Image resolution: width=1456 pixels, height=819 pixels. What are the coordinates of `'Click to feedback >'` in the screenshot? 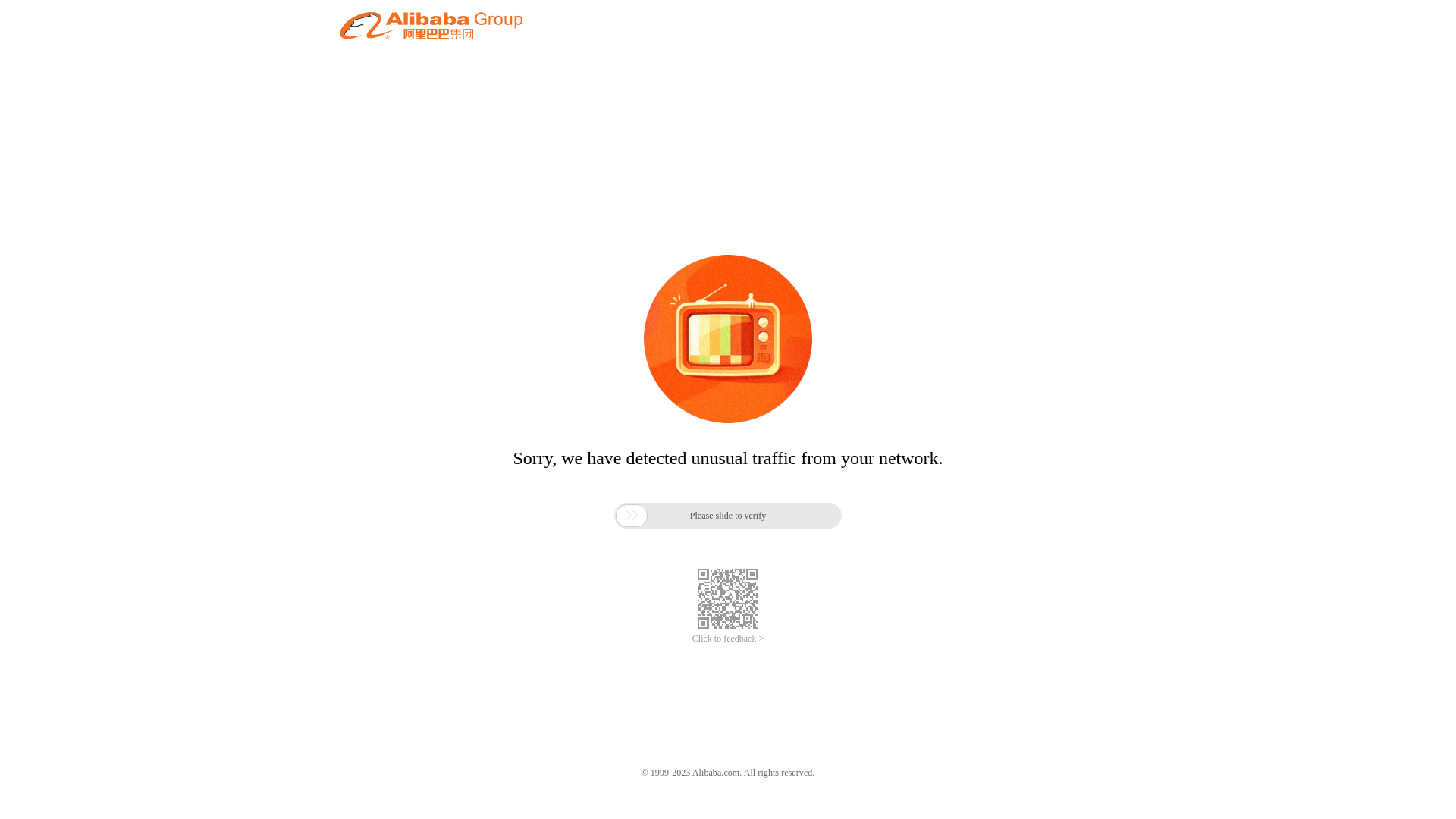 It's located at (728, 639).